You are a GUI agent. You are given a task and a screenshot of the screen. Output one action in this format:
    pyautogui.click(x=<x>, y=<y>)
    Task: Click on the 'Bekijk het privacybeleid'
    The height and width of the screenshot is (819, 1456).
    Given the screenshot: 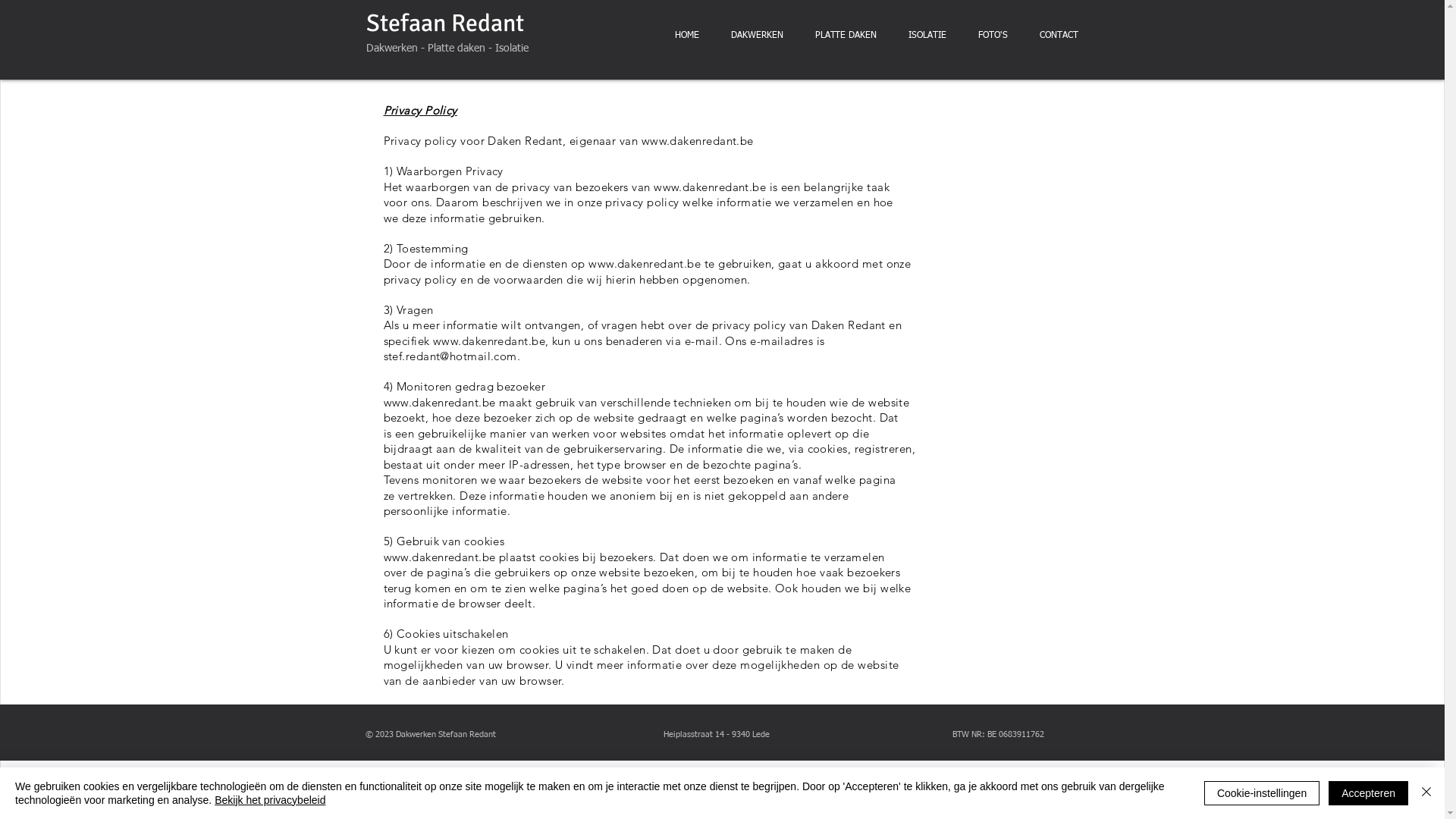 What is the action you would take?
    pyautogui.click(x=269, y=799)
    